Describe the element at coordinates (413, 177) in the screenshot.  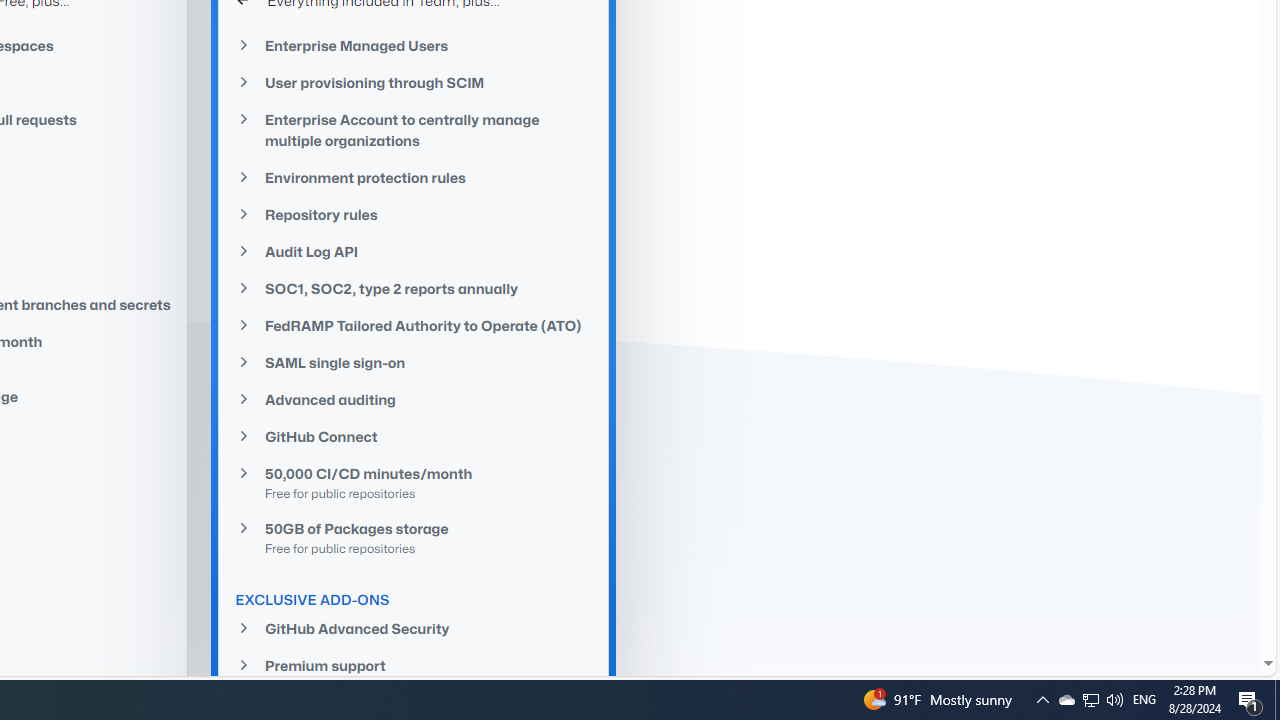
I see `'Environment protection rules'` at that location.